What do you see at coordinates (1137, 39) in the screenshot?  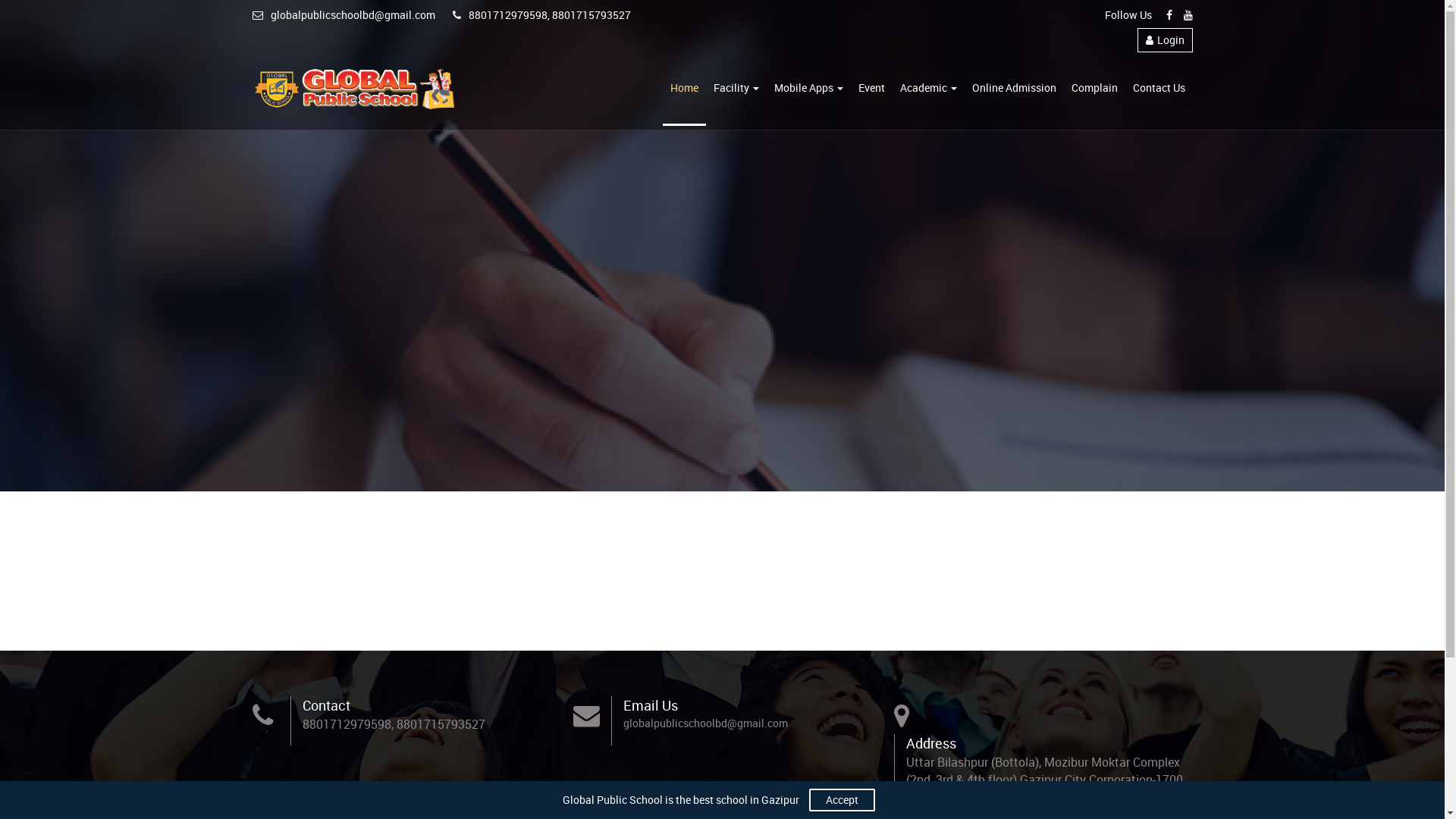 I see `'Login'` at bounding box center [1137, 39].